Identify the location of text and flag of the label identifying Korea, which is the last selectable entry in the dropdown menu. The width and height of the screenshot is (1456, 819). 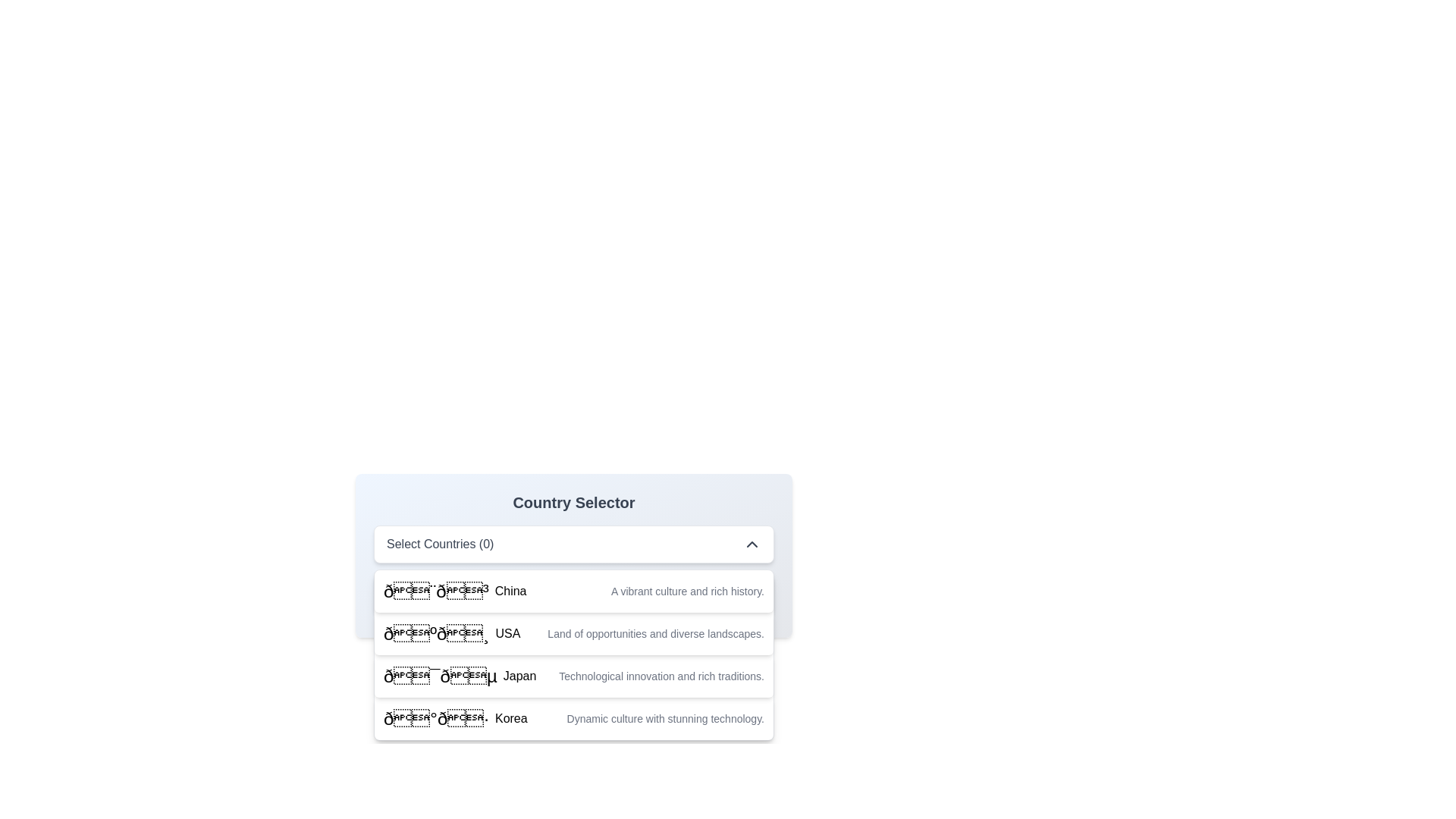
(454, 718).